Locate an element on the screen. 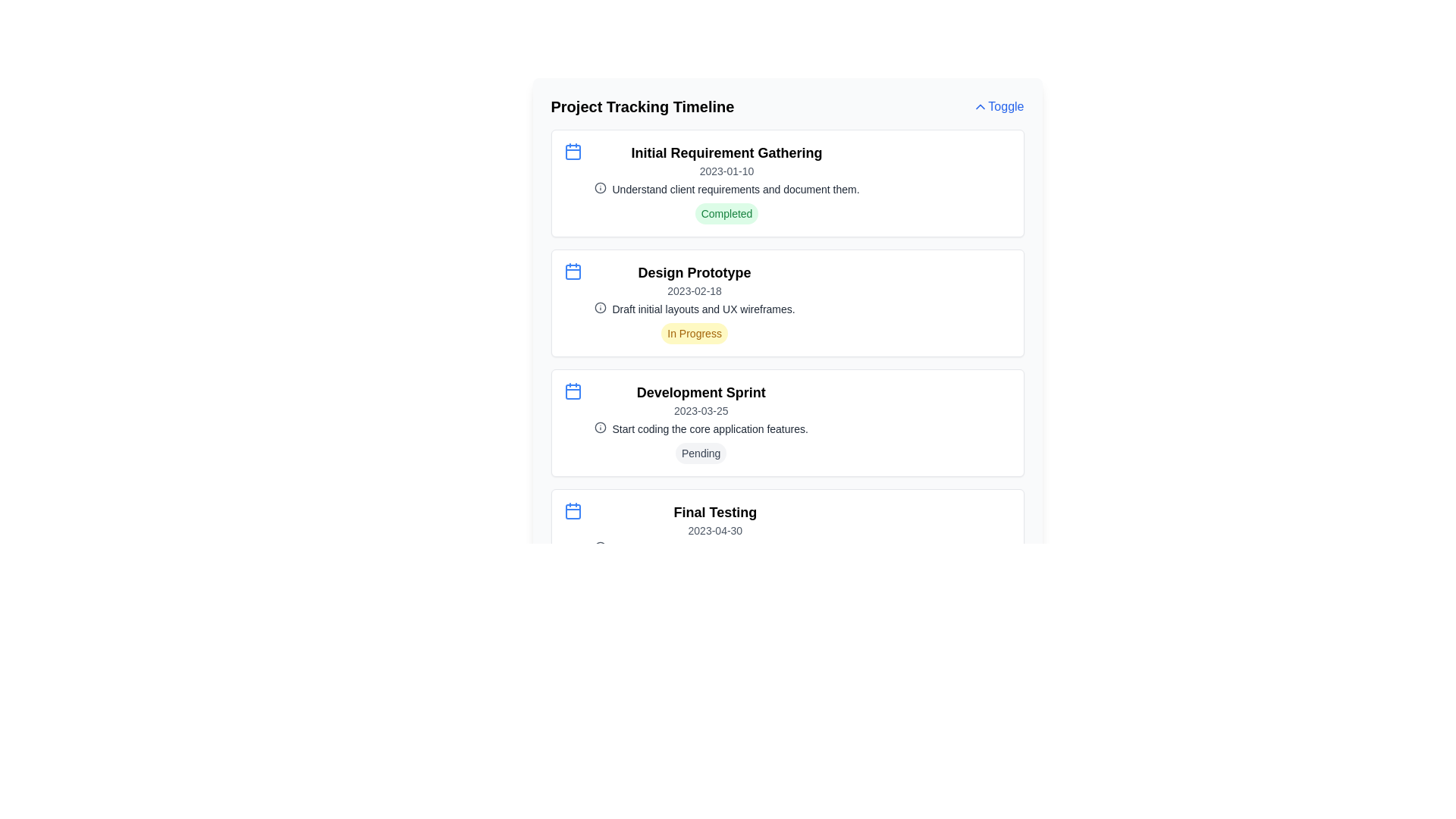  the 'Completed' badge, which has a light green background and is located below the task description in the 'Initial Requirement Gathering' section is located at coordinates (726, 213).